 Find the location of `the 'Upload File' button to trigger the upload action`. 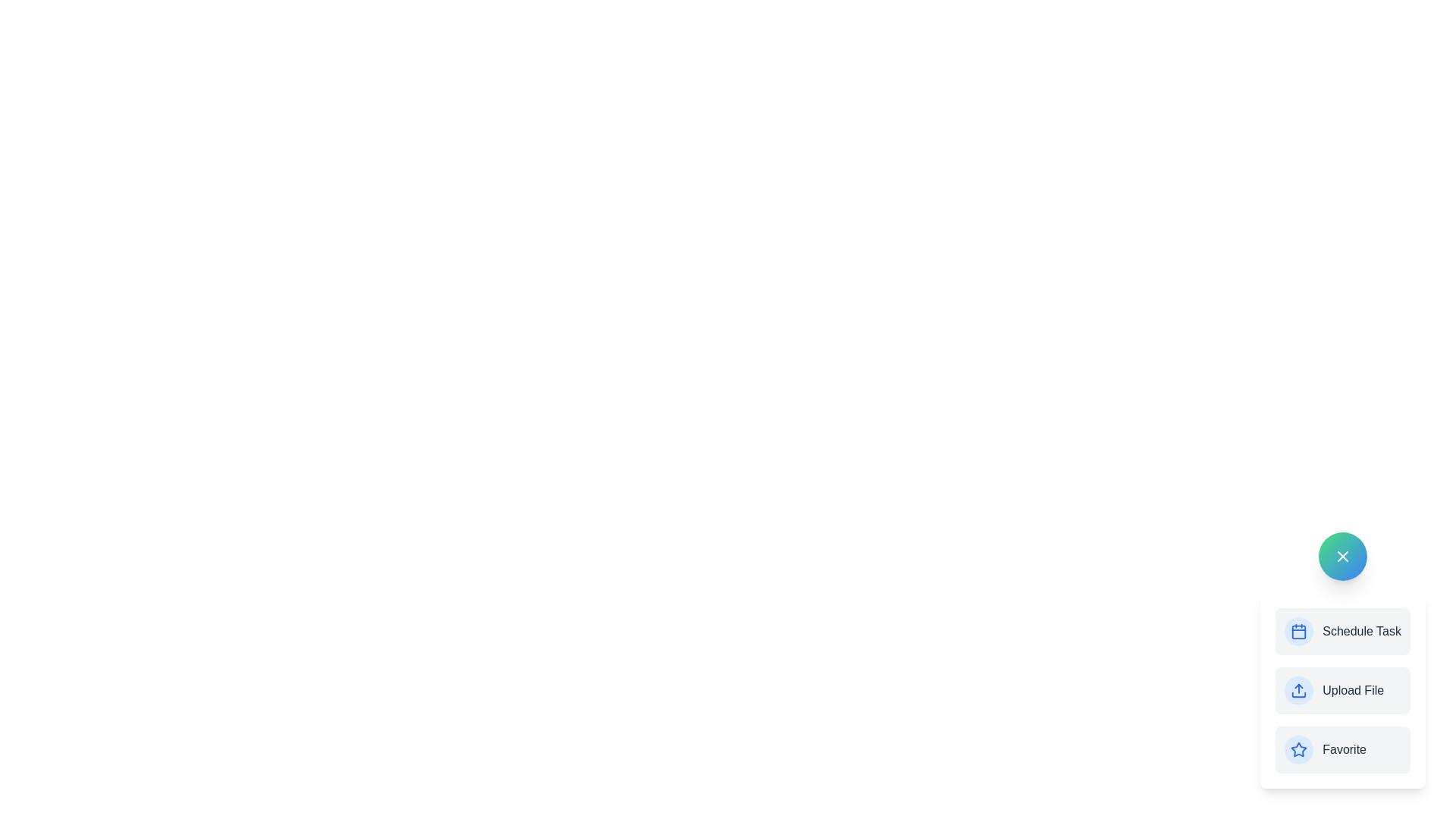

the 'Upload File' button to trigger the upload action is located at coordinates (1343, 690).